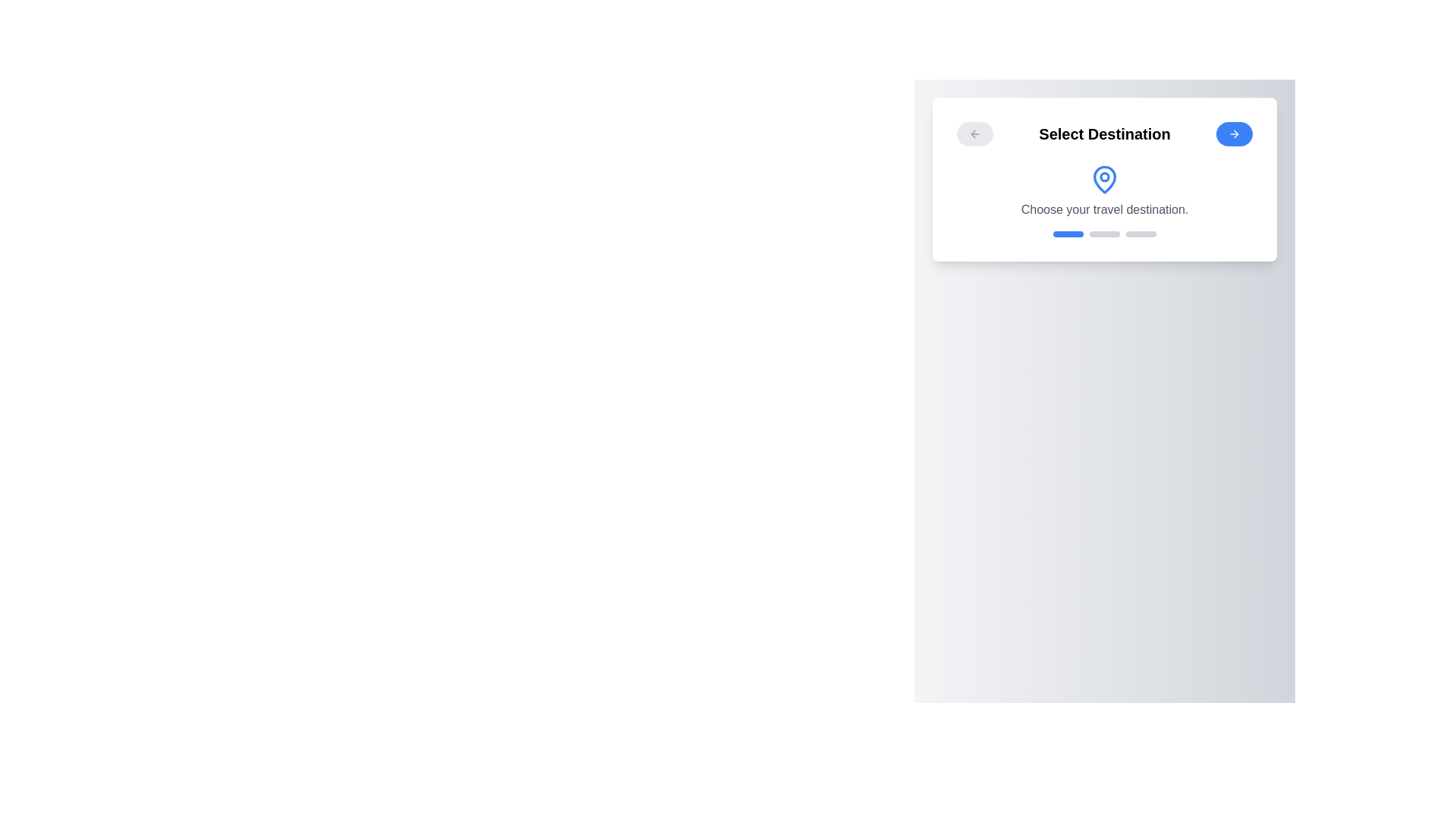 The image size is (1456, 819). I want to click on the outlined right-pointing arrow icon located in the top-right section of the interface, which is part of a control or navigational button with a blue background, associated with the 'Select Destination' card component, so click(1236, 133).